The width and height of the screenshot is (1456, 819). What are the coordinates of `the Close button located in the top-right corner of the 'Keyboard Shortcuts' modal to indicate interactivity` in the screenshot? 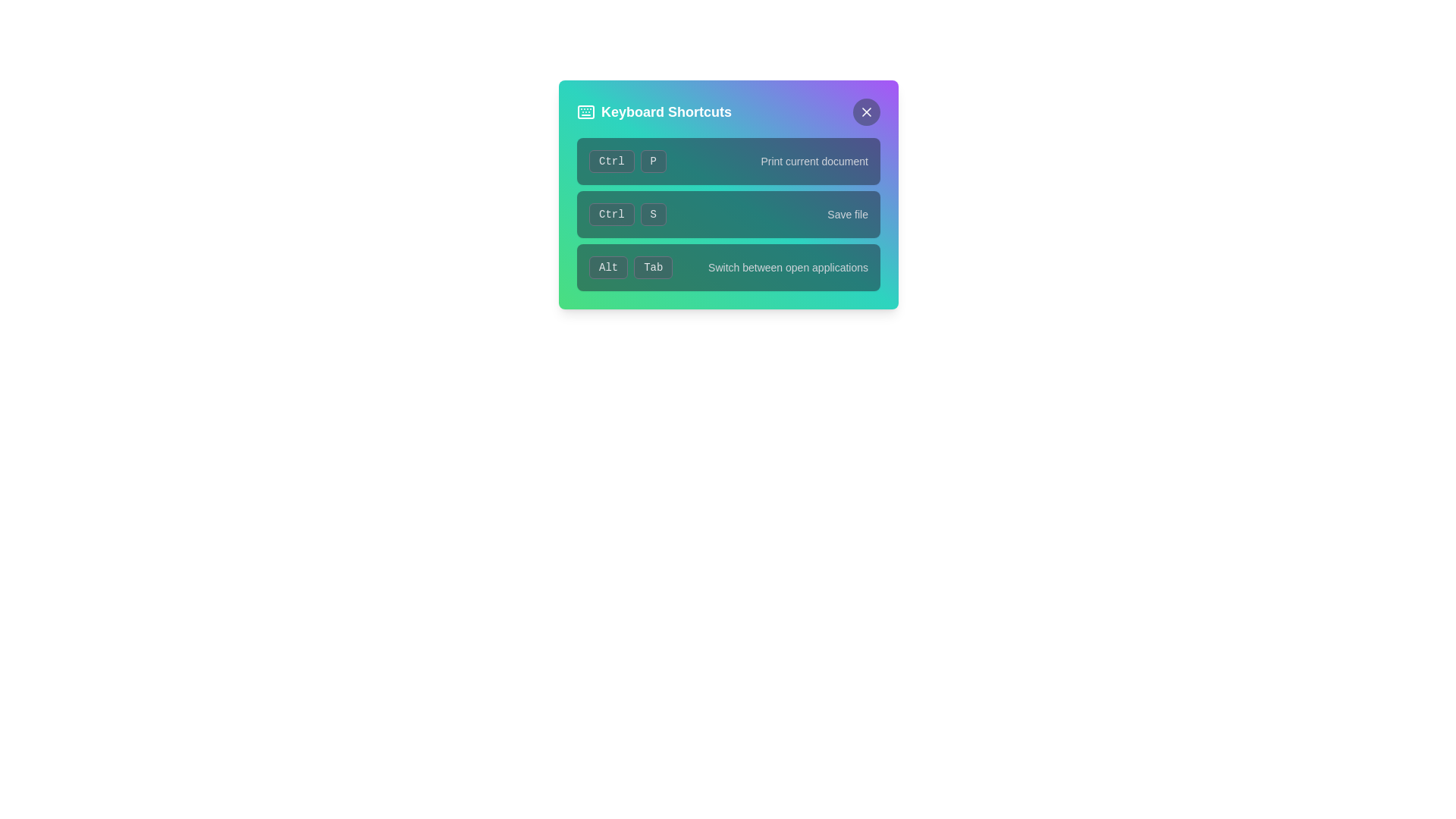 It's located at (866, 111).